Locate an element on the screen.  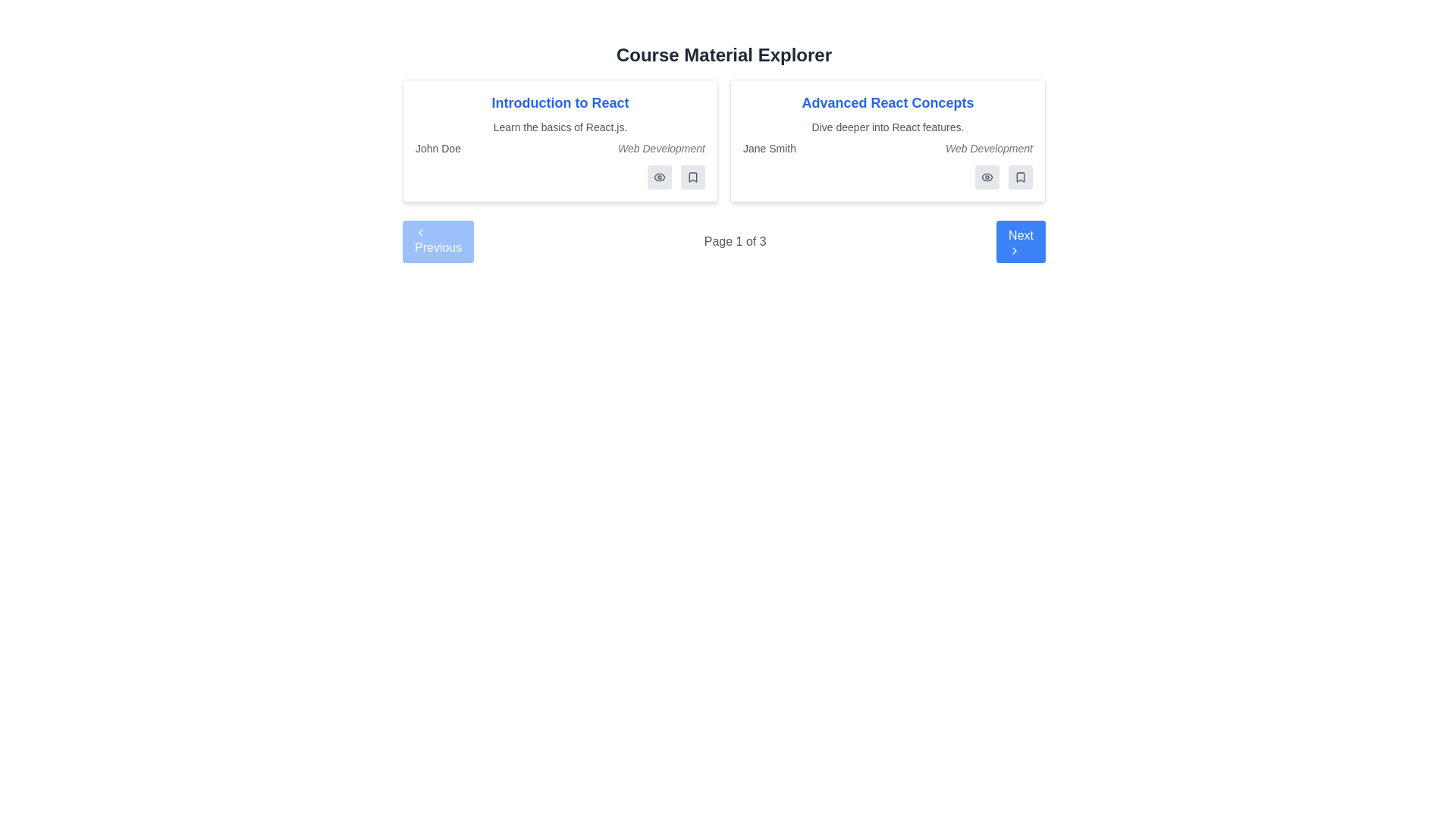
the bookmark button located at the bottom-right corner underneath the card labeled 'Advanced React Concepts' to bookmark the item is located at coordinates (1020, 177).